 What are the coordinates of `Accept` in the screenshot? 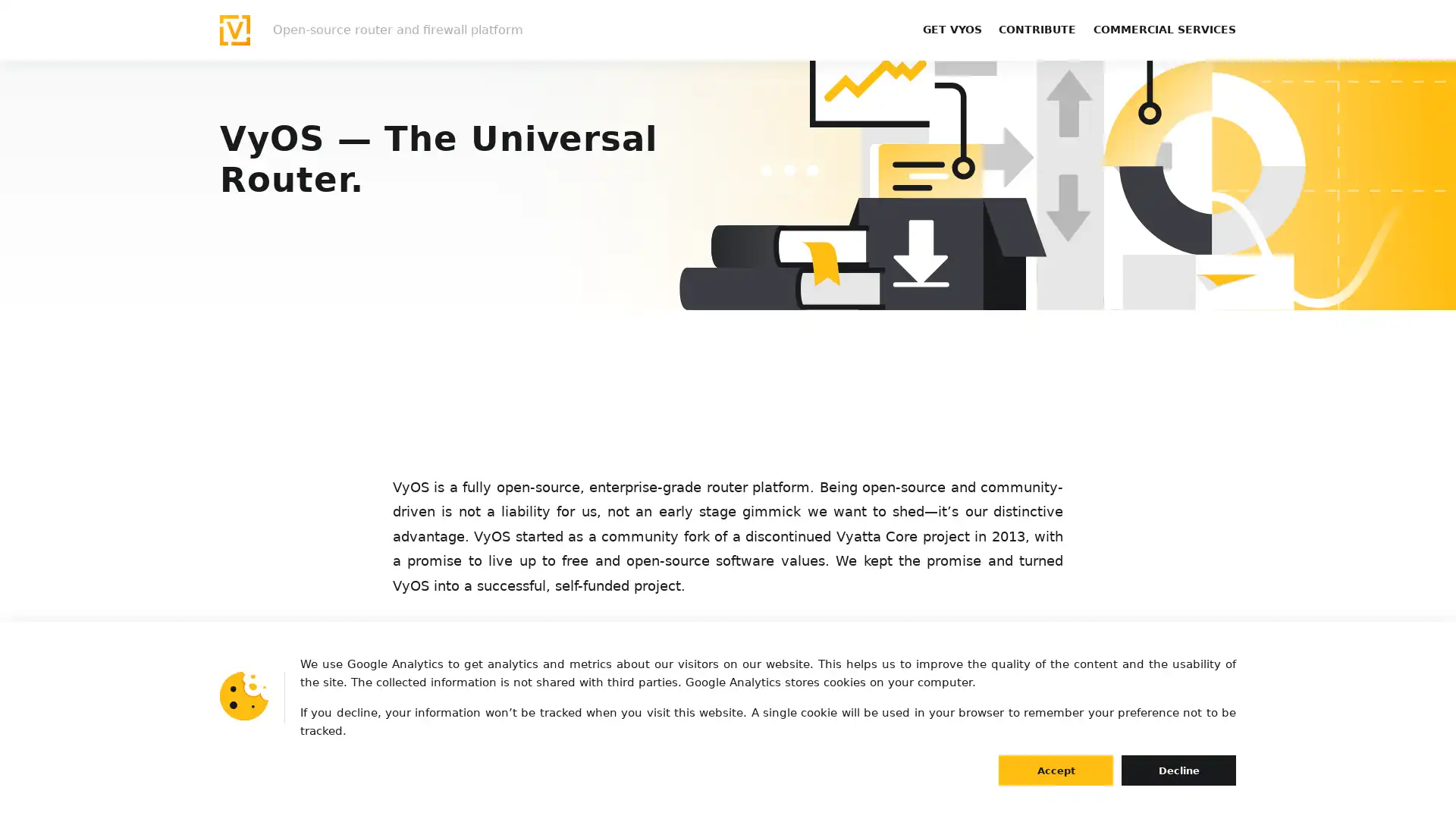 It's located at (1055, 770).